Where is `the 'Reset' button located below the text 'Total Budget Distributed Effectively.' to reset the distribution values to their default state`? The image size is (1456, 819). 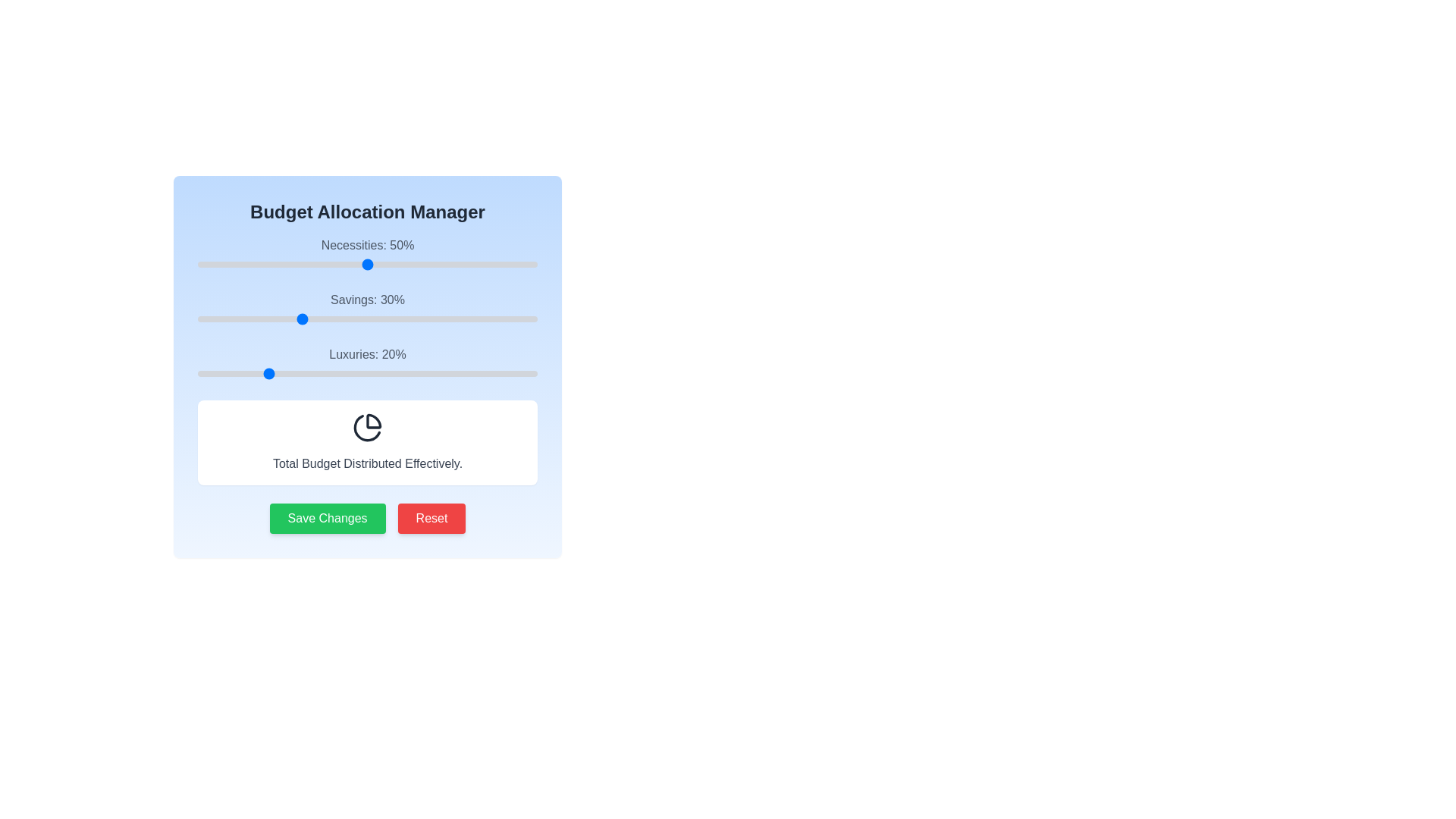 the 'Reset' button located below the text 'Total Budget Distributed Effectively.' to reset the distribution values to their default state is located at coordinates (431, 517).